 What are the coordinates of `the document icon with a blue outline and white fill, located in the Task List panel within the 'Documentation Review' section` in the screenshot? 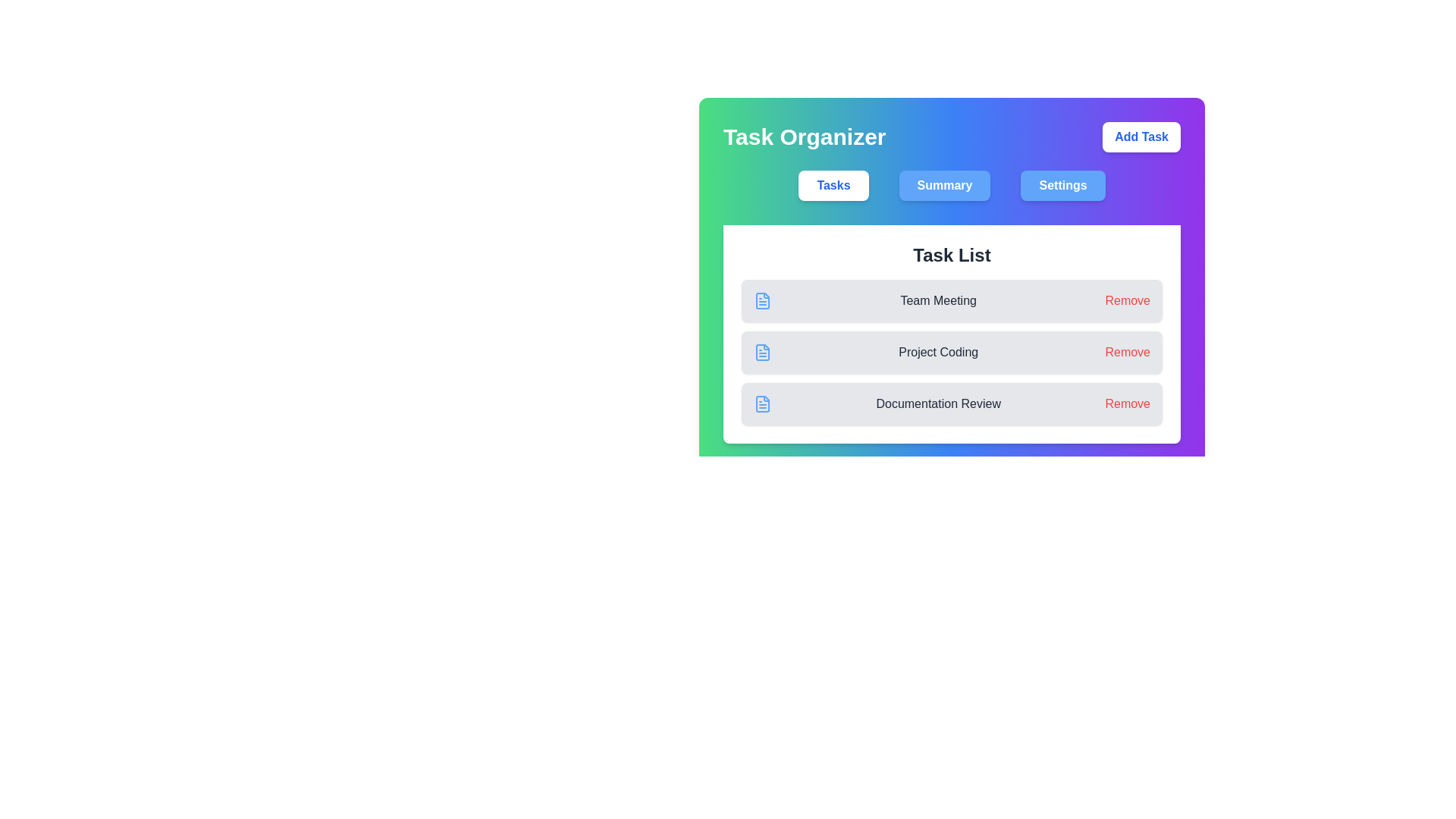 It's located at (763, 403).